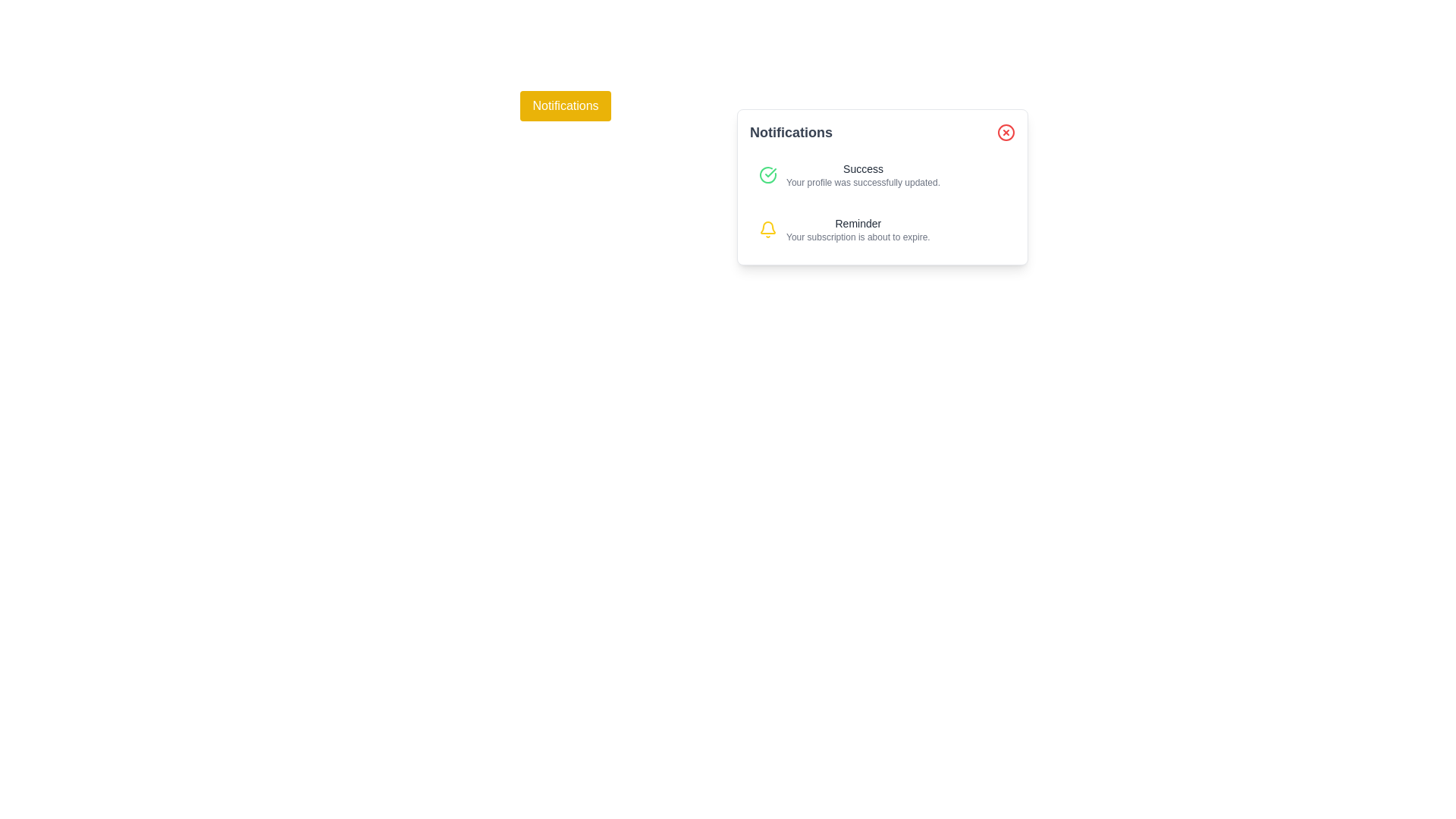 The height and width of the screenshot is (819, 1456). What do you see at coordinates (858, 230) in the screenshot?
I see `the second notification entry in the notifications panel that contains the title 'Reminder' and a message about subscription expiration` at bounding box center [858, 230].